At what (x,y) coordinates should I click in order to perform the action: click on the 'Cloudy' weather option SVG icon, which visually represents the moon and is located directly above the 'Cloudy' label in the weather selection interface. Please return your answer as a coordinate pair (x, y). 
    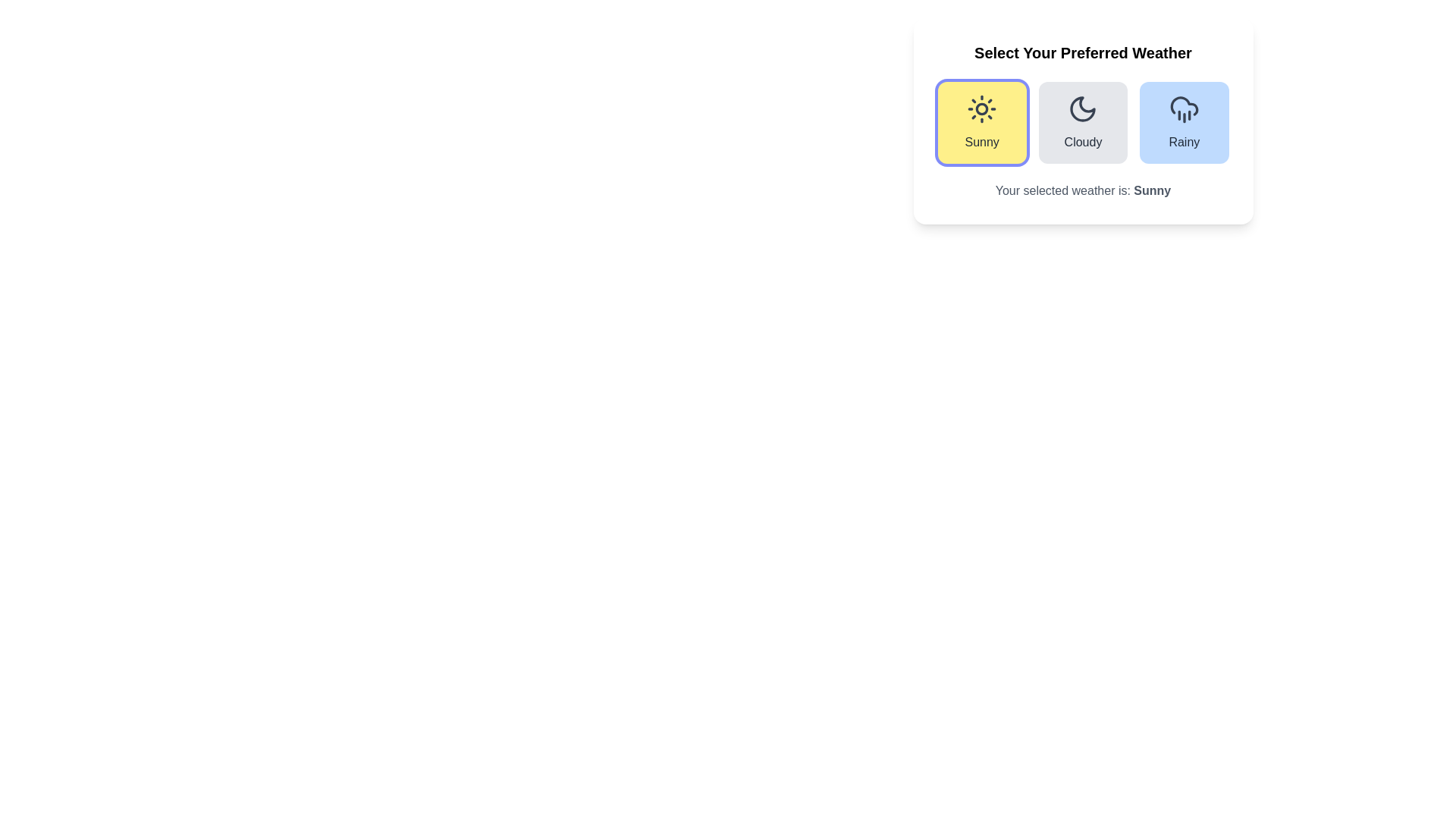
    Looking at the image, I should click on (1082, 108).